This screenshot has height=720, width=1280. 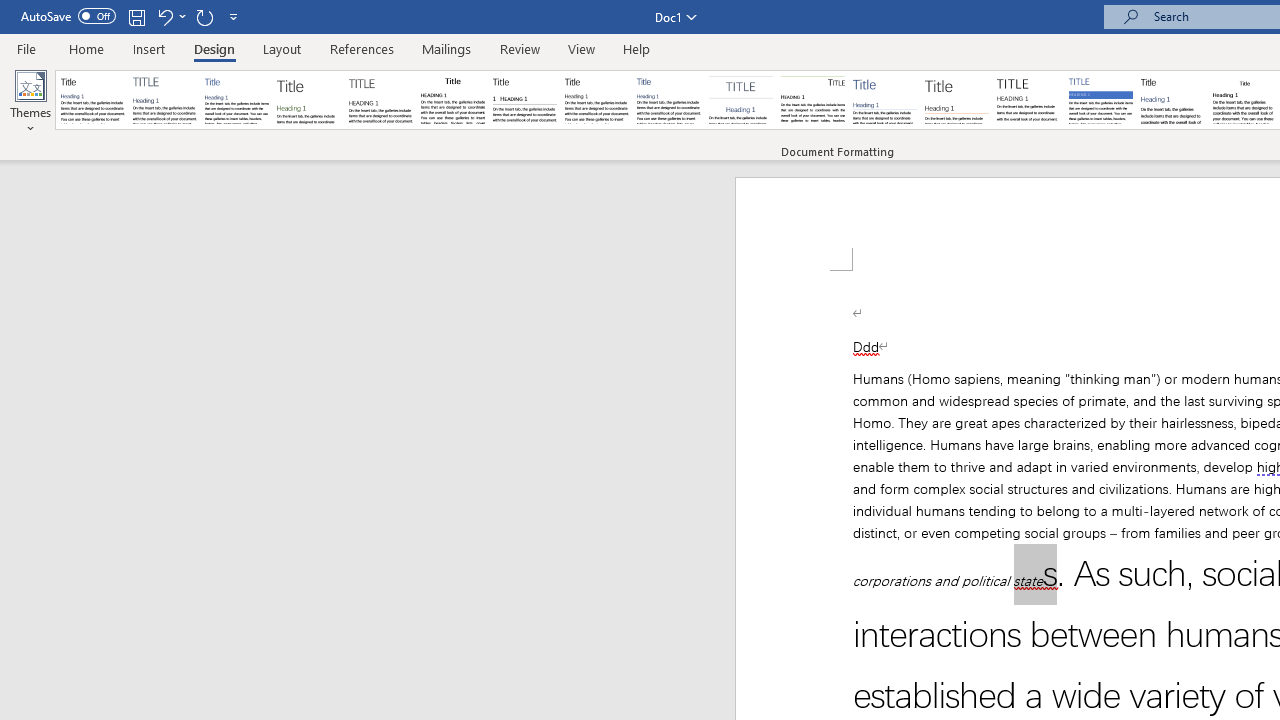 What do you see at coordinates (148, 48) in the screenshot?
I see `'Insert'` at bounding box center [148, 48].